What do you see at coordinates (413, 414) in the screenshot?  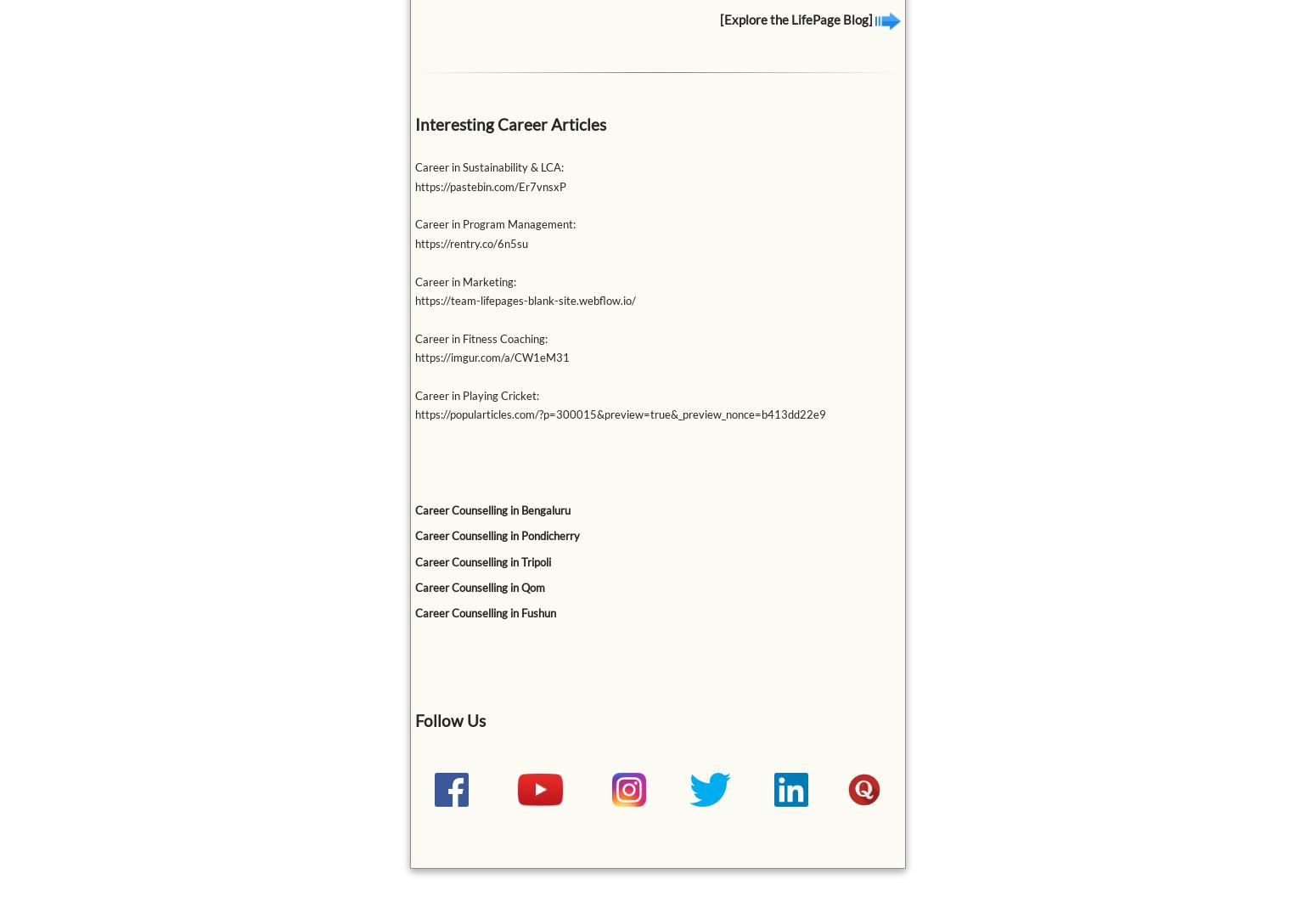 I see `'https://popularticles.com/?p=300015&preview=true&_preview_nonce=b413dd22e9'` at bounding box center [413, 414].